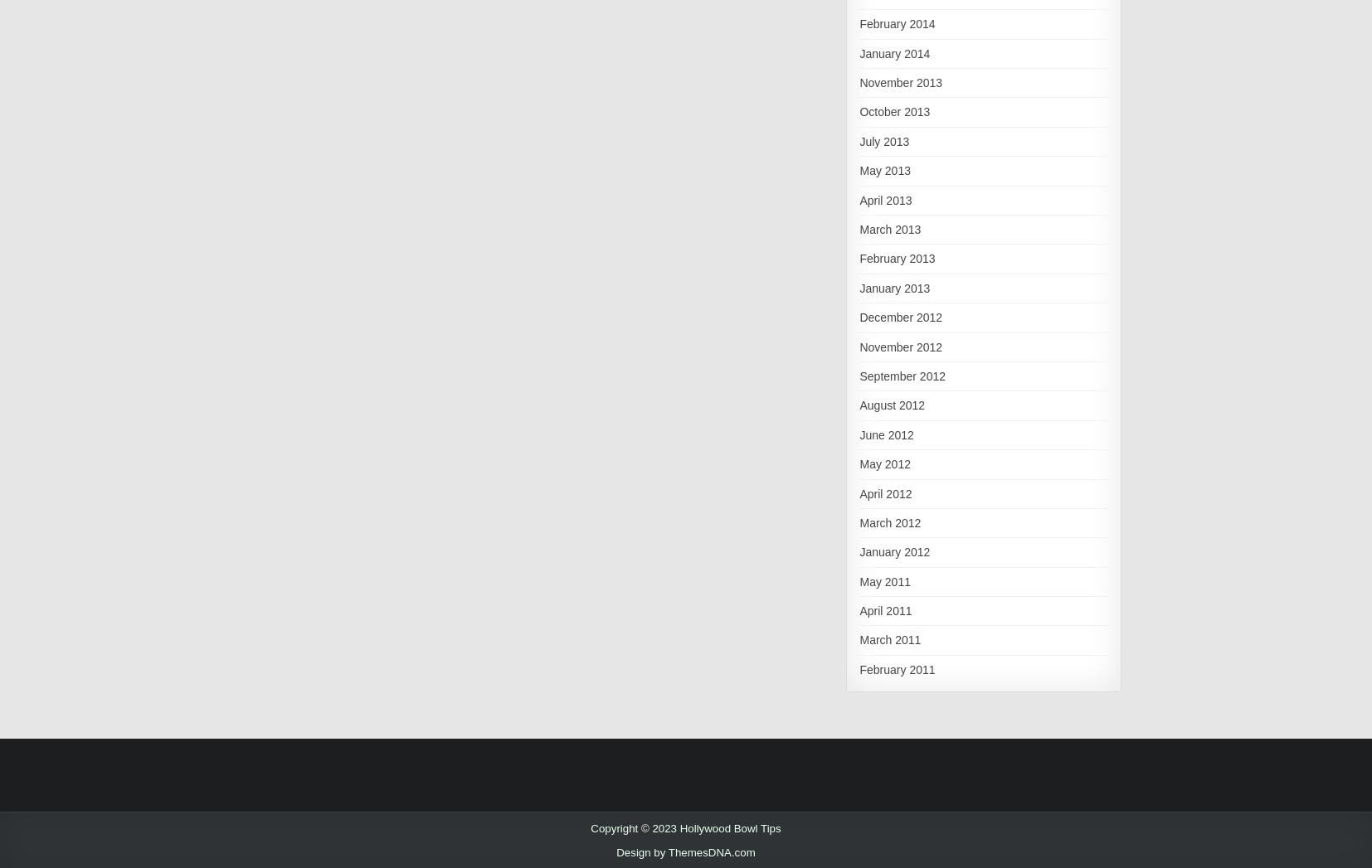 Image resolution: width=1372 pixels, height=868 pixels. What do you see at coordinates (896, 23) in the screenshot?
I see `'February 2014'` at bounding box center [896, 23].